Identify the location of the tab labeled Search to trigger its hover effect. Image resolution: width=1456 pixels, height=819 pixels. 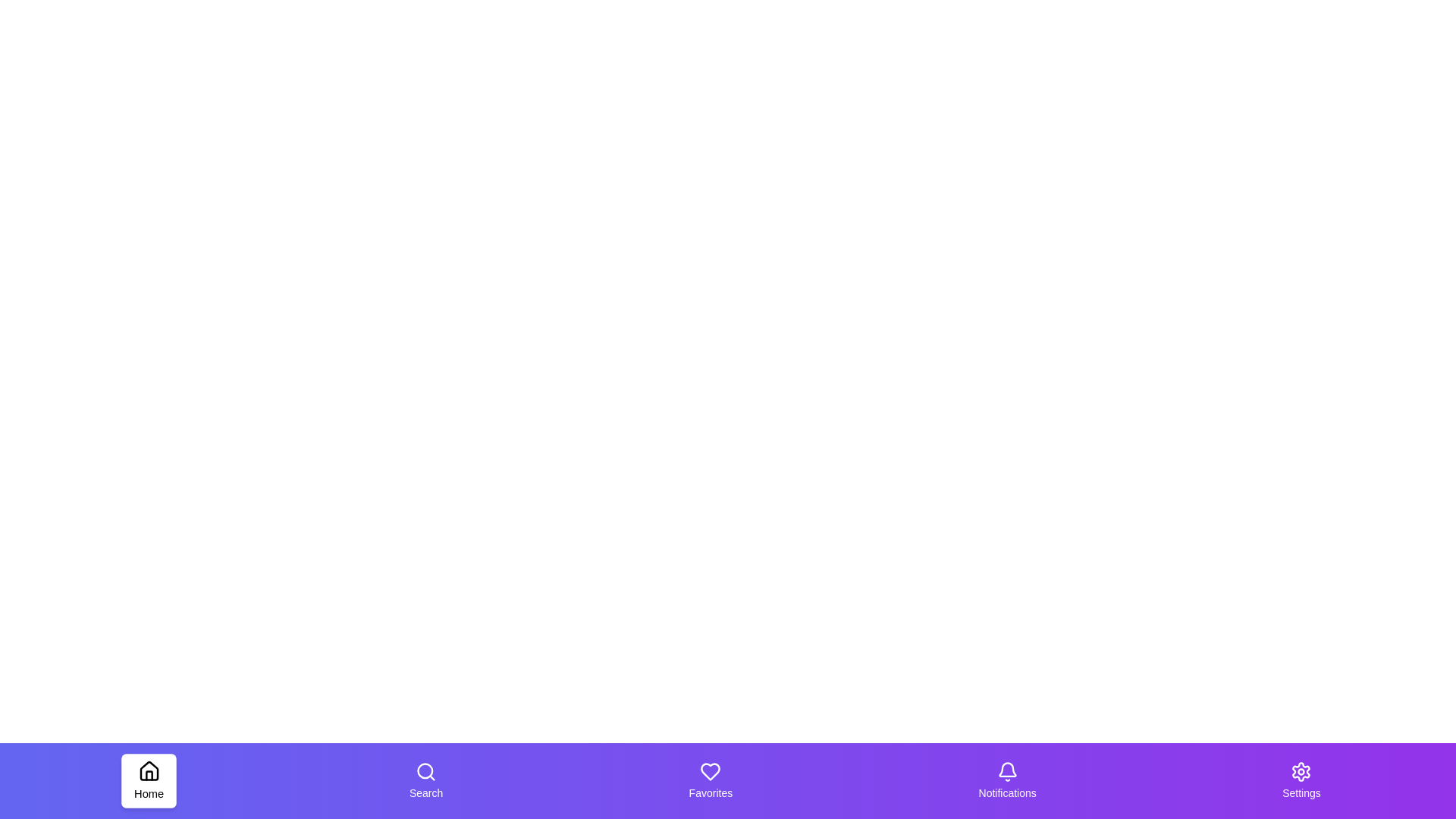
(425, 780).